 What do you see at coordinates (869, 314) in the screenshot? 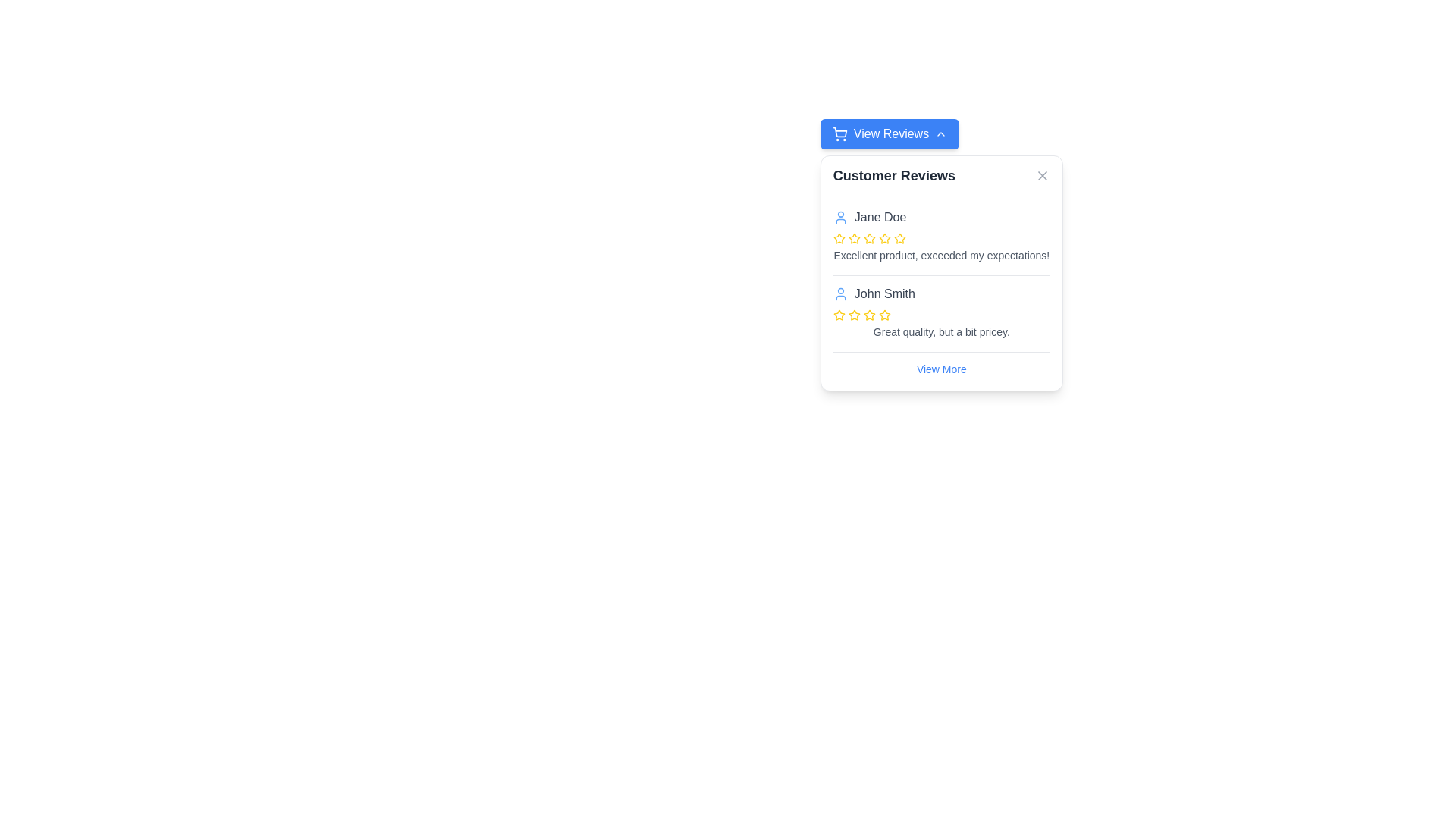
I see `the second star icon representing the rating in the review submitted by 'John Smith' in the 'Customer Reviews' section` at bounding box center [869, 314].